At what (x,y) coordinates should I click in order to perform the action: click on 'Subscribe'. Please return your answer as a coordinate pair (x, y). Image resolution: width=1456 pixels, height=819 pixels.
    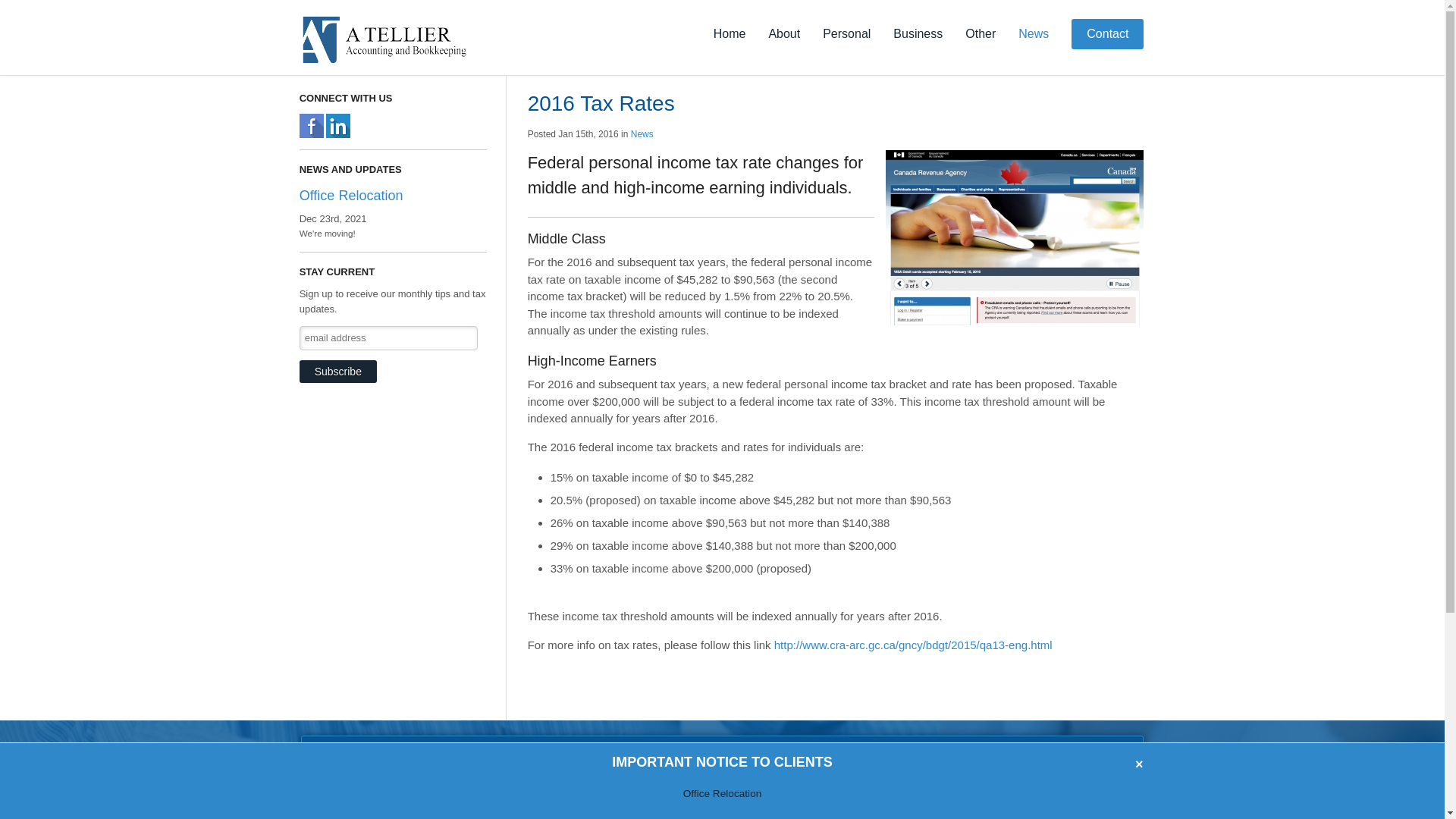
    Looking at the image, I should click on (337, 371).